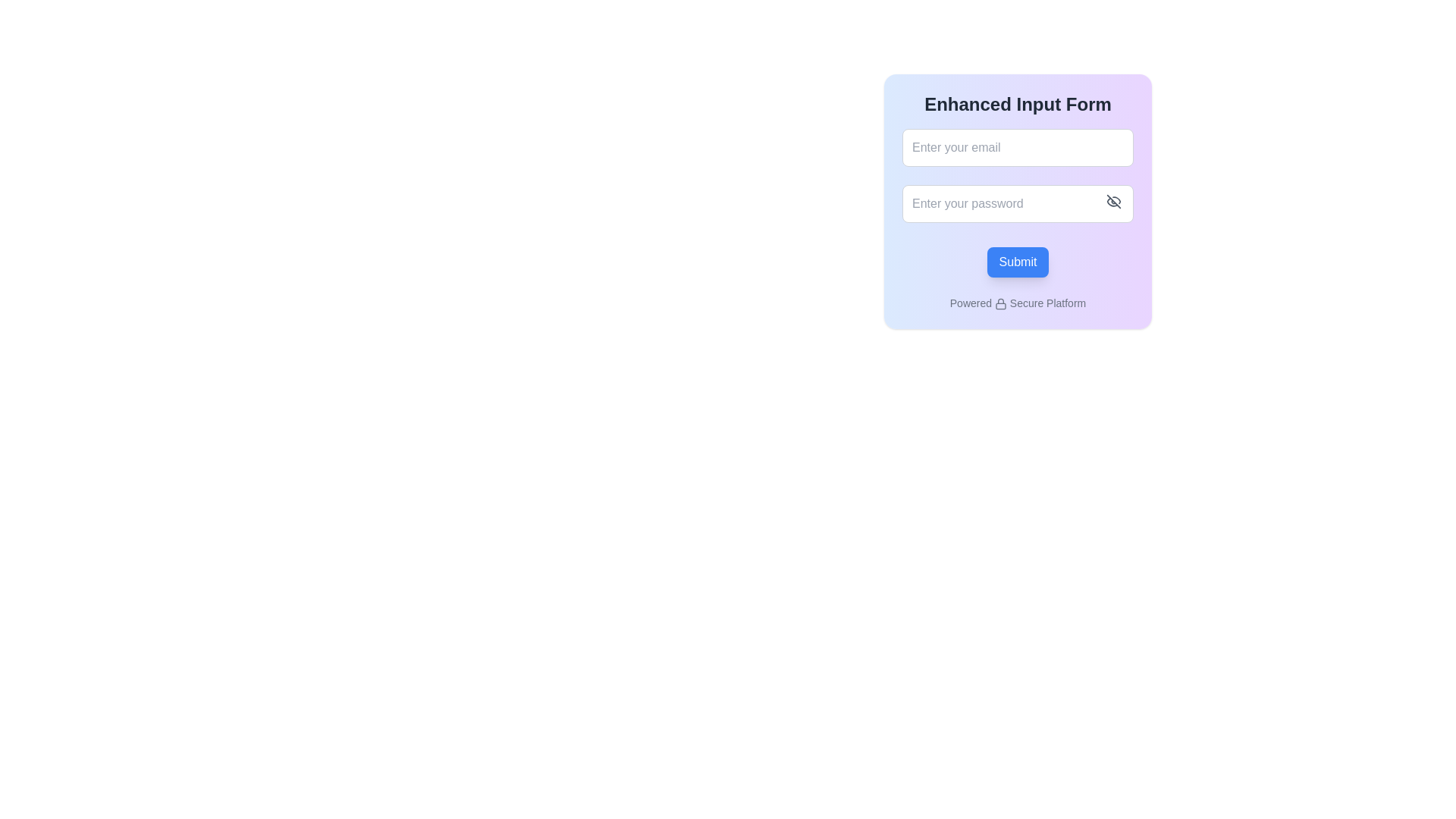 This screenshot has width=1456, height=819. I want to click on the toggle visibility button for the password input field, which is located at the top right corner of the 'Enter your password' text field, so click(1113, 201).